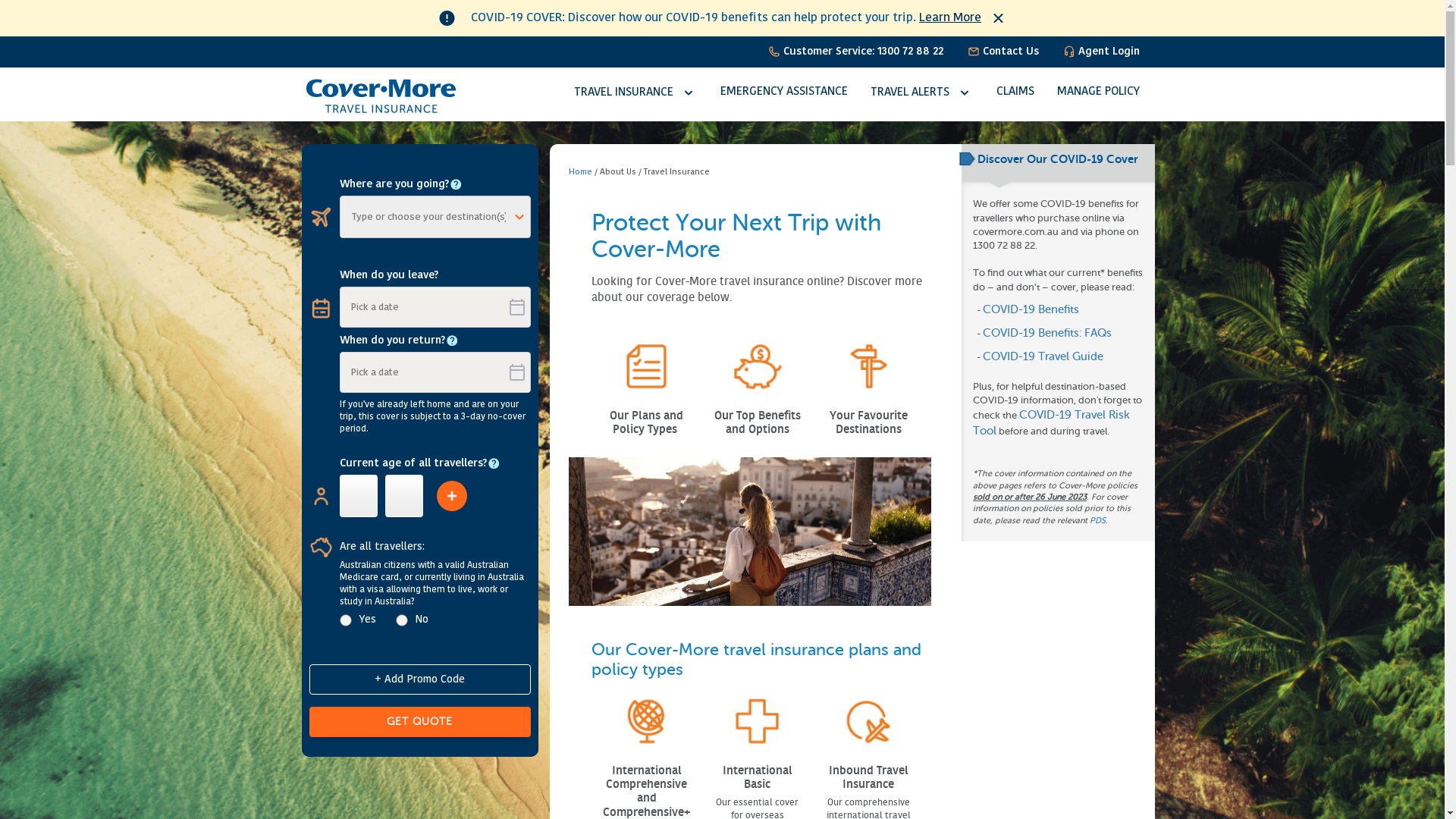 The height and width of the screenshot is (819, 1456). I want to click on 'TRAVEL ALERTS', so click(921, 93).